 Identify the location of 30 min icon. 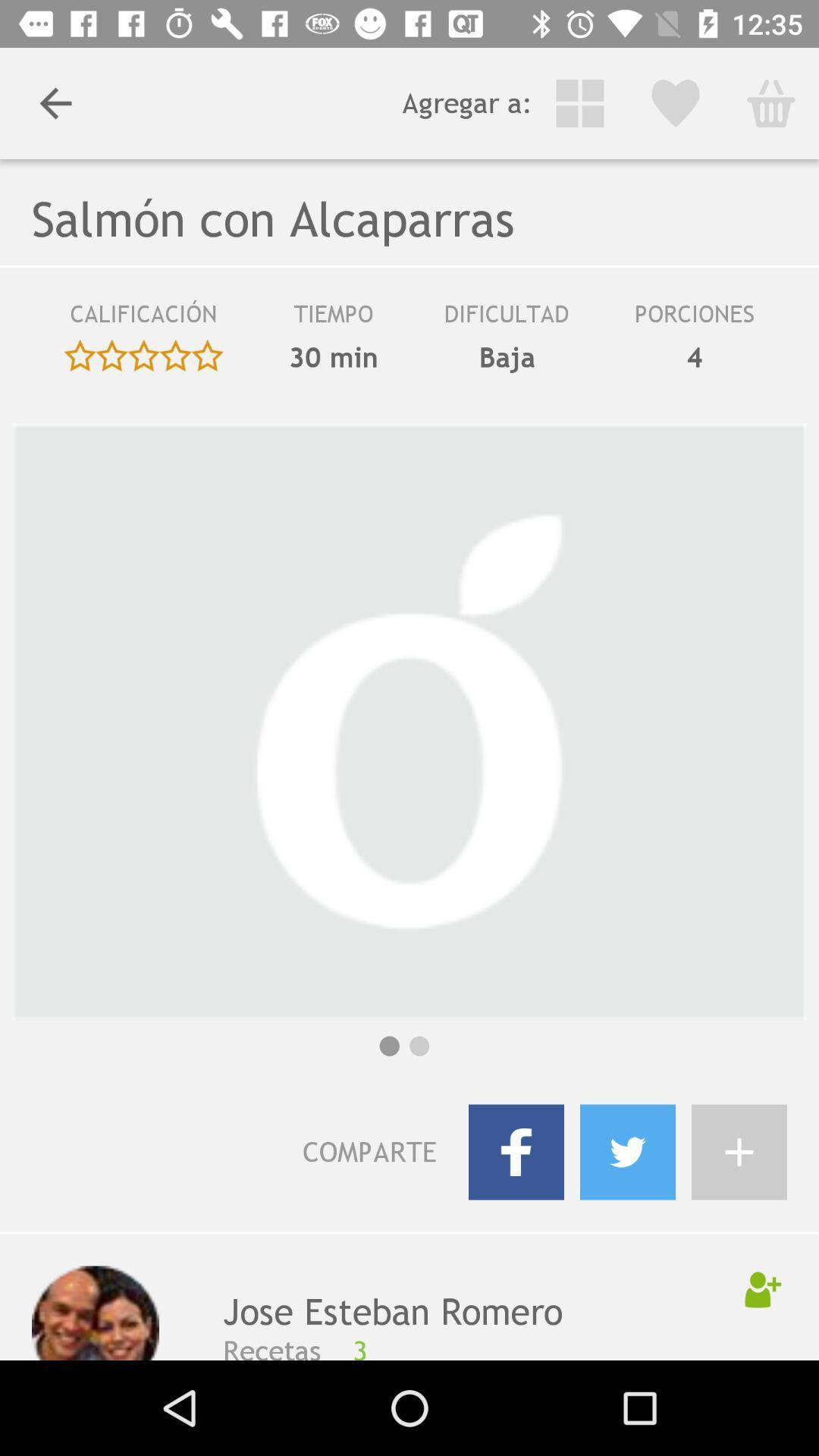
(332, 356).